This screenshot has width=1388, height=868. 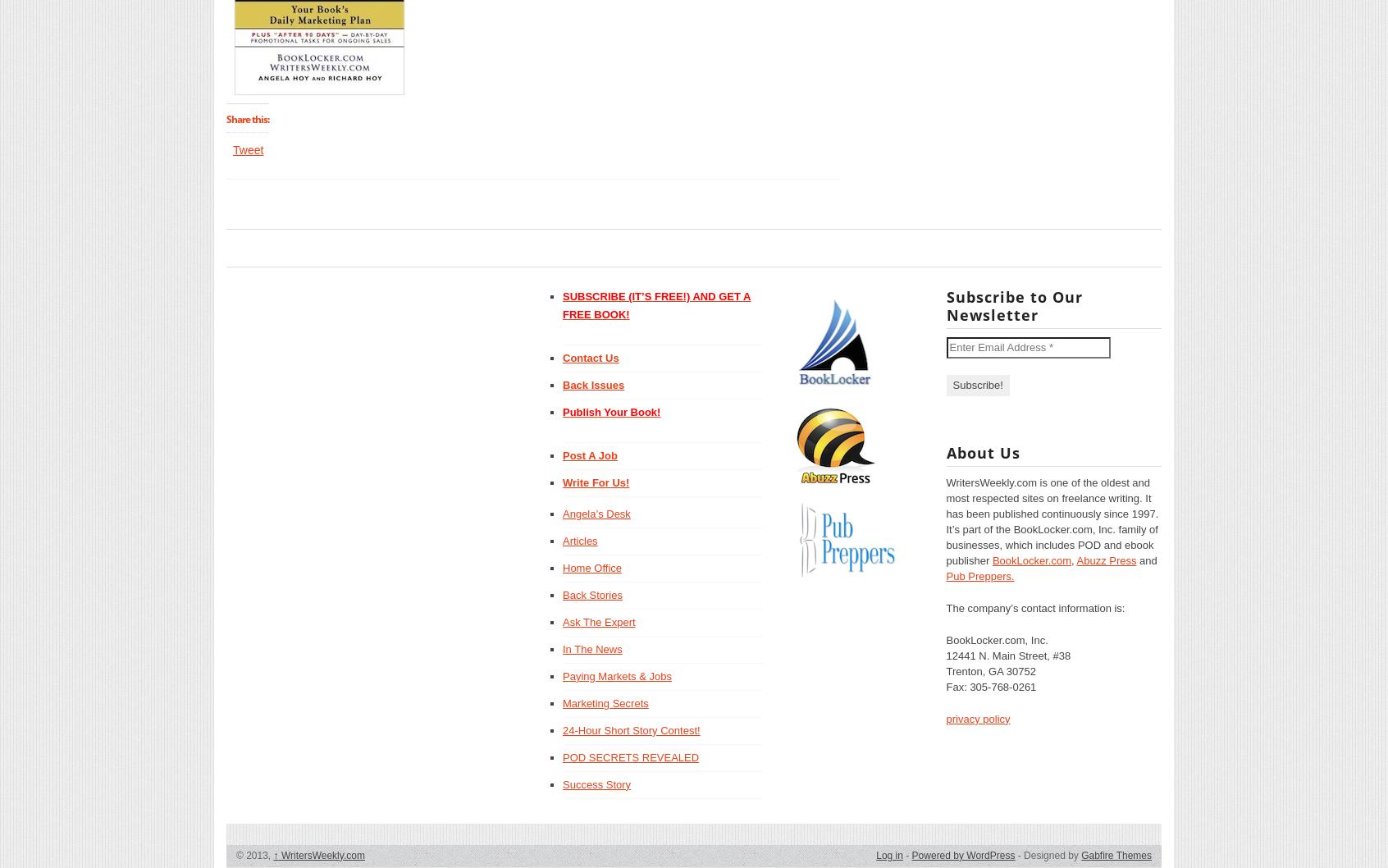 I want to click on 'BookLocker.com', so click(x=1030, y=559).